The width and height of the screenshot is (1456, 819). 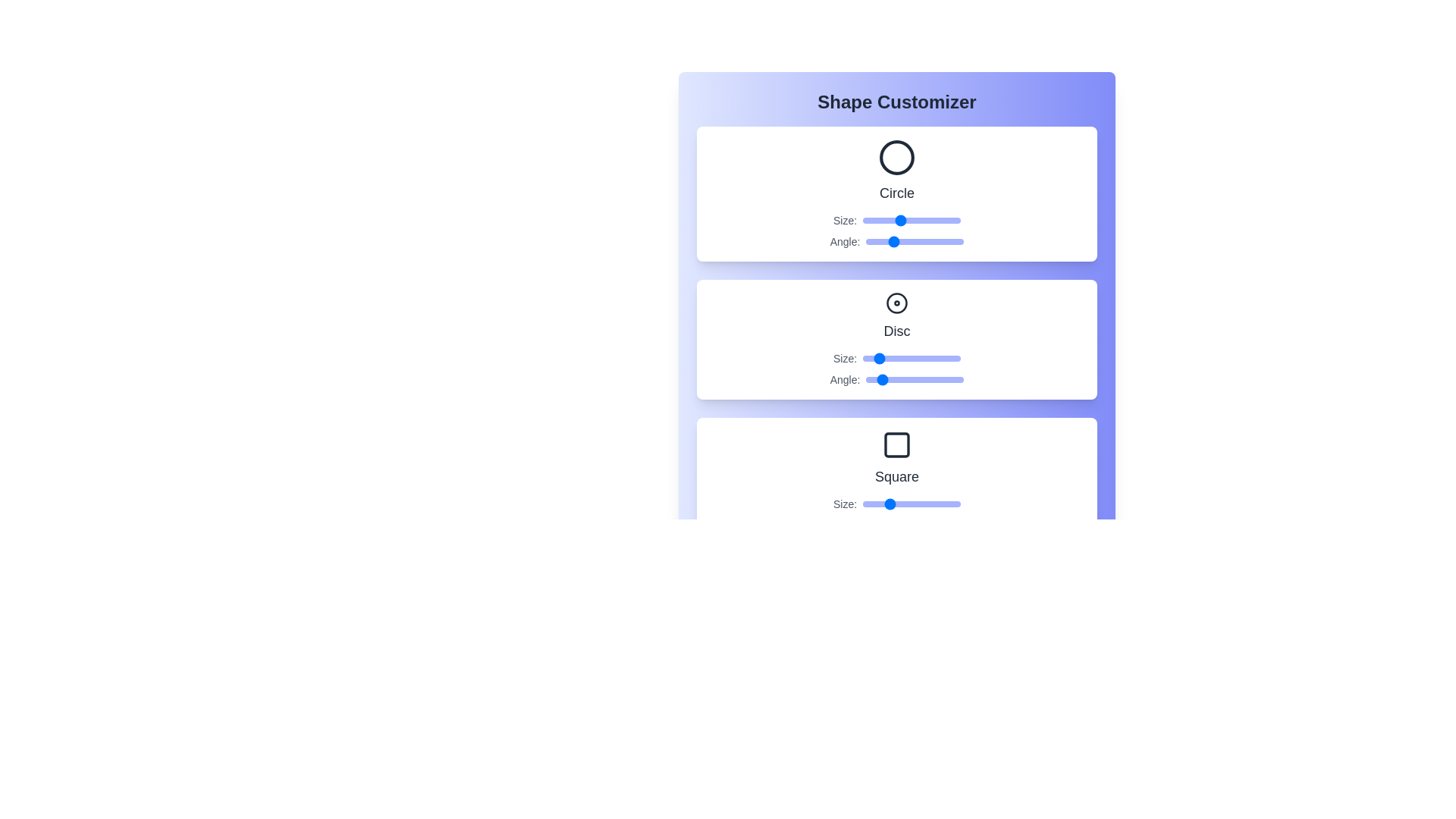 I want to click on the Circle size slider to 74, so click(x=928, y=220).